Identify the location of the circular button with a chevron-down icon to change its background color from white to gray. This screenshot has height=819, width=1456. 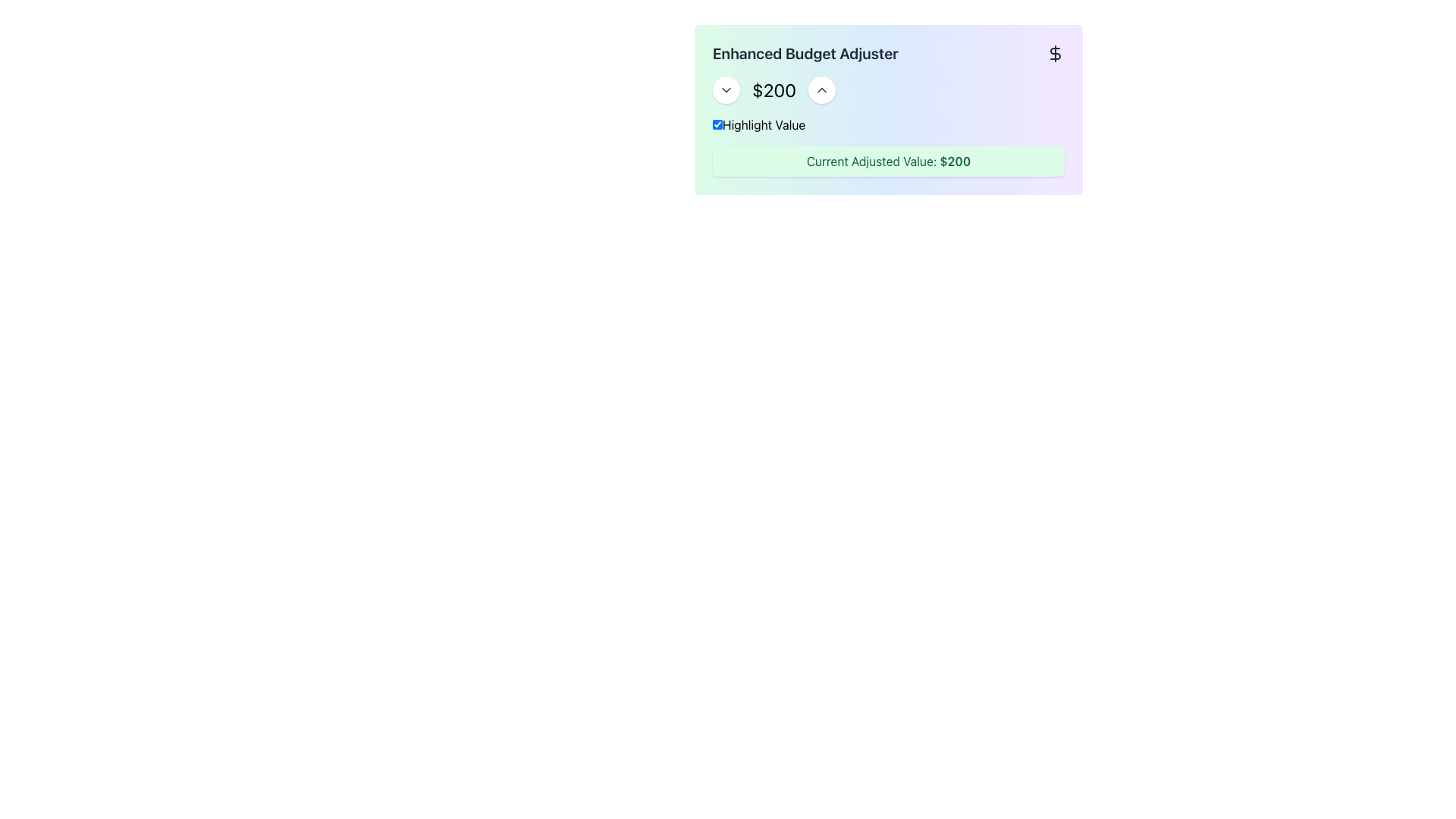
(726, 90).